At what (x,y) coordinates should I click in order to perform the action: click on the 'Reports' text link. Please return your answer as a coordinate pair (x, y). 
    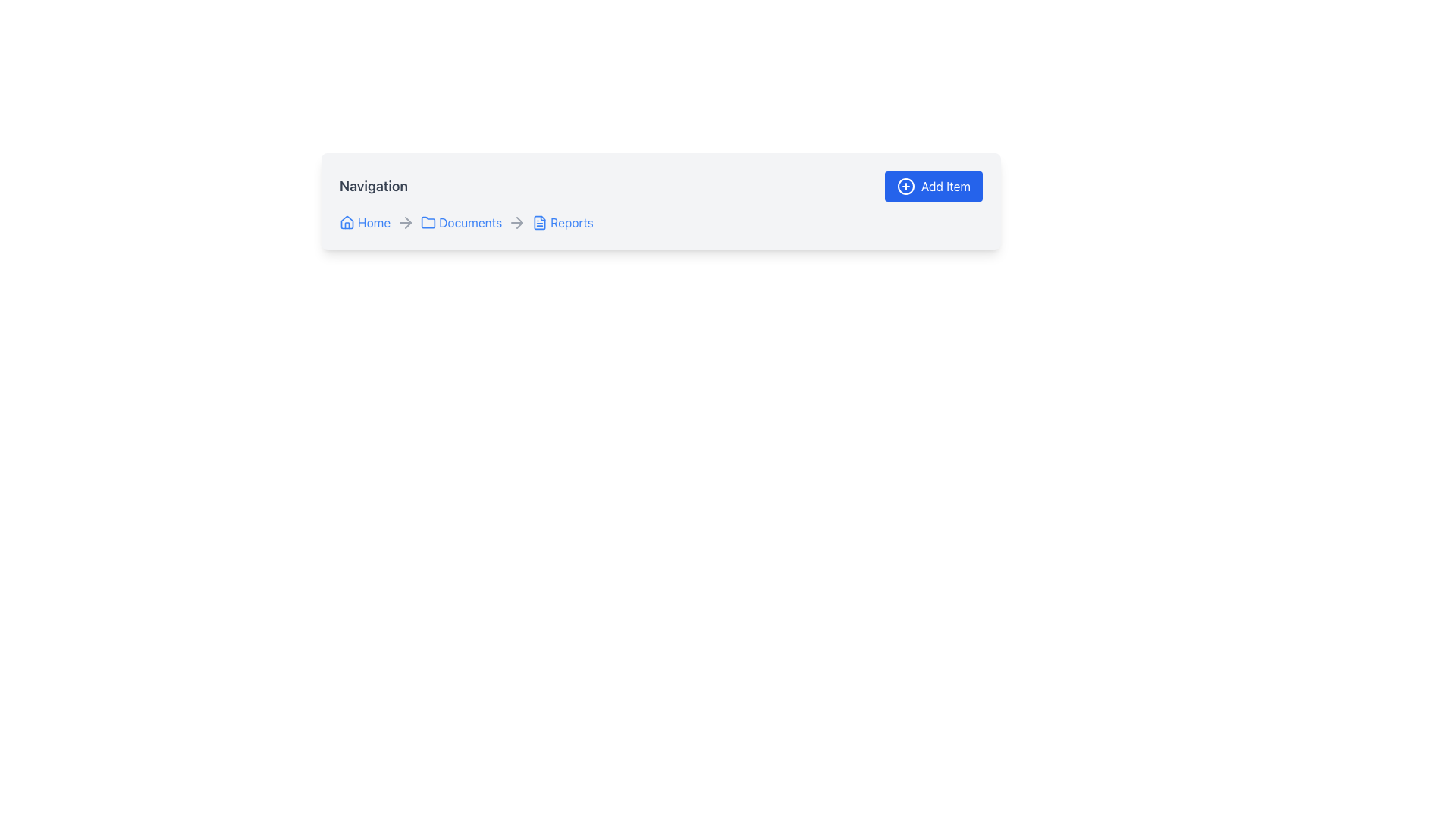
    Looking at the image, I should click on (571, 222).